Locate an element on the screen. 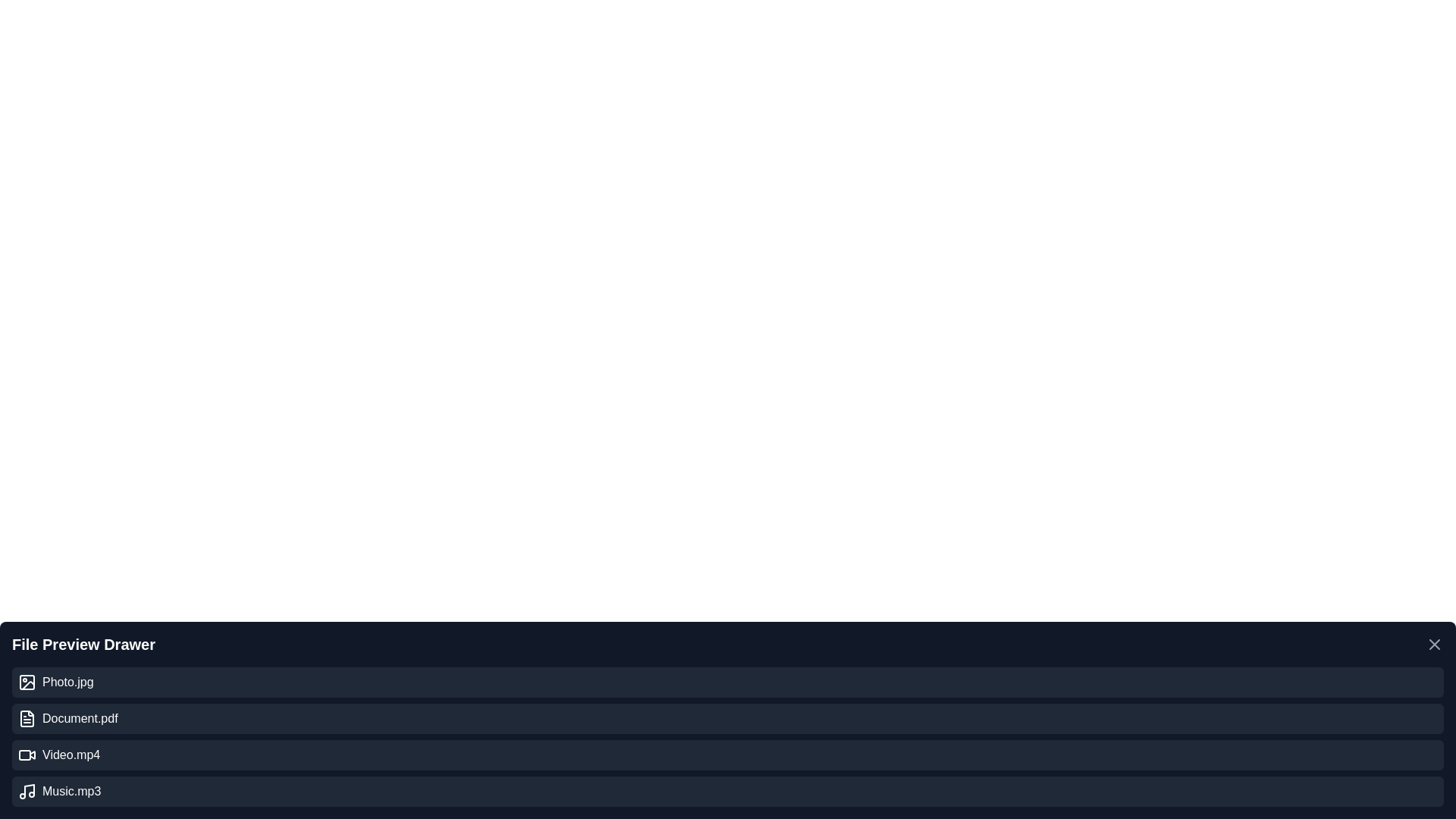 The width and height of the screenshot is (1456, 819). image file icon visually, which is located next to the filename 'Photo.jpg' in the first row of the file preview drawer is located at coordinates (27, 681).